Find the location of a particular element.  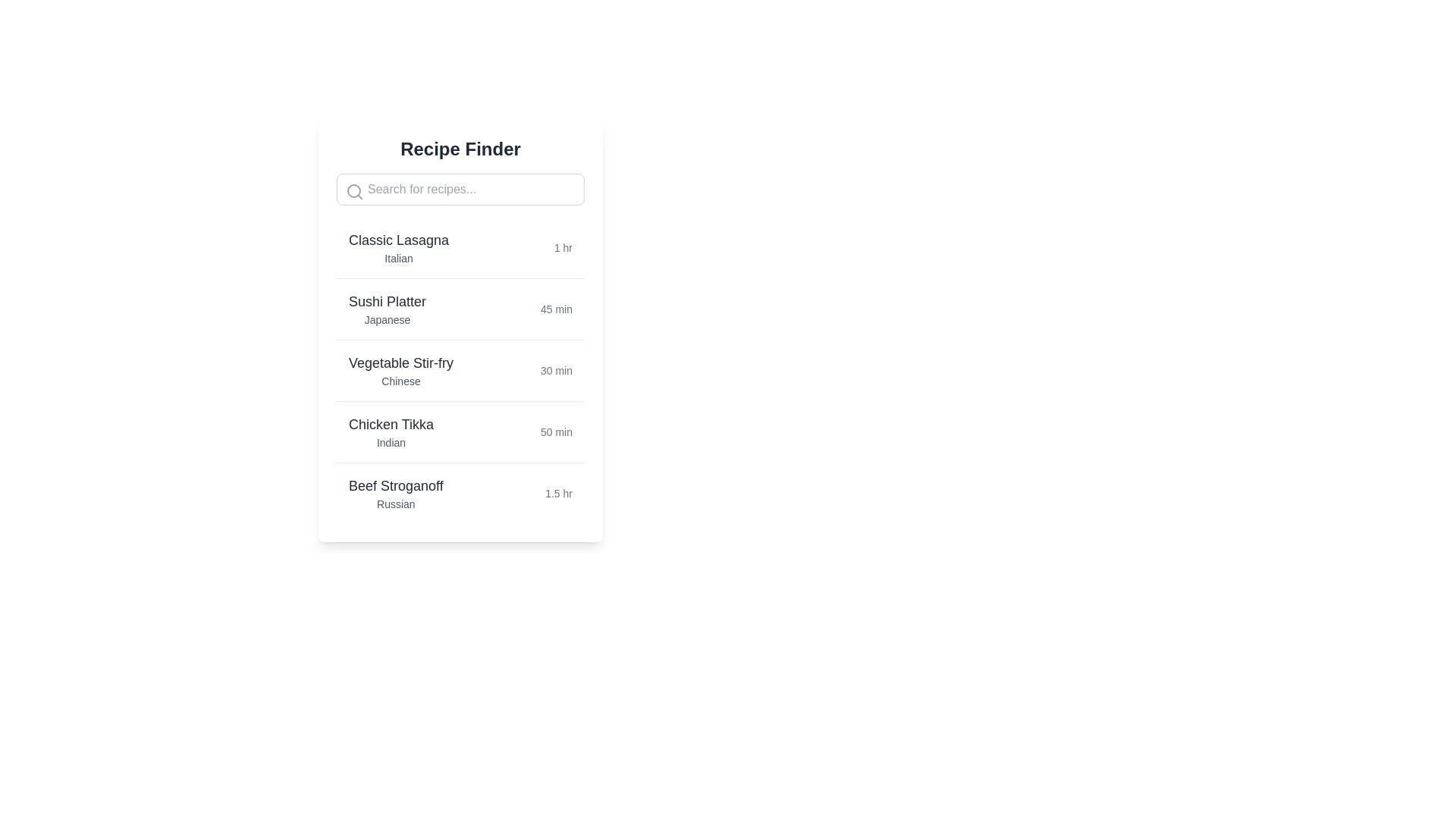

the text label that displays the name of the recipe, which is located near the top of the list, above the 'Italian' subtitle and to the left of the time indicator '1 hr' is located at coordinates (399, 239).